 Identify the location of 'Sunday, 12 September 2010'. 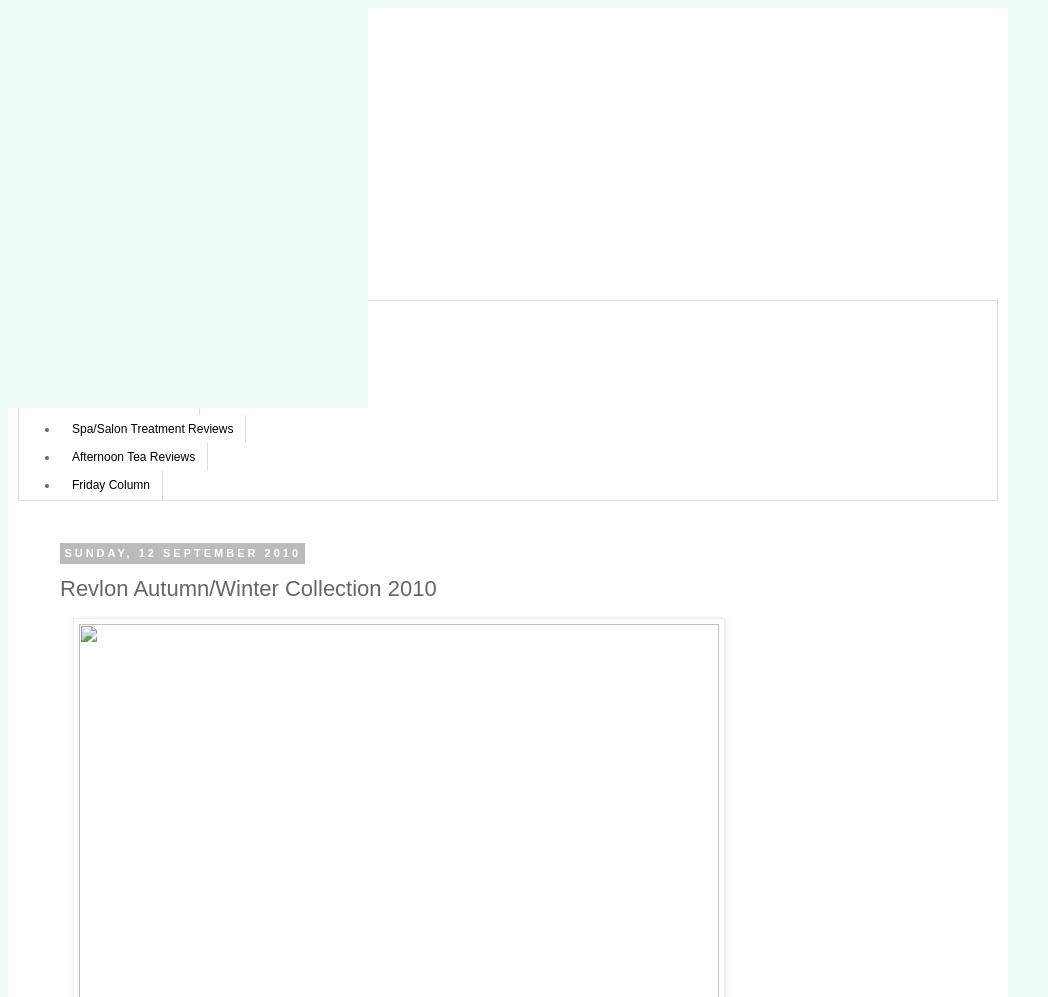
(181, 553).